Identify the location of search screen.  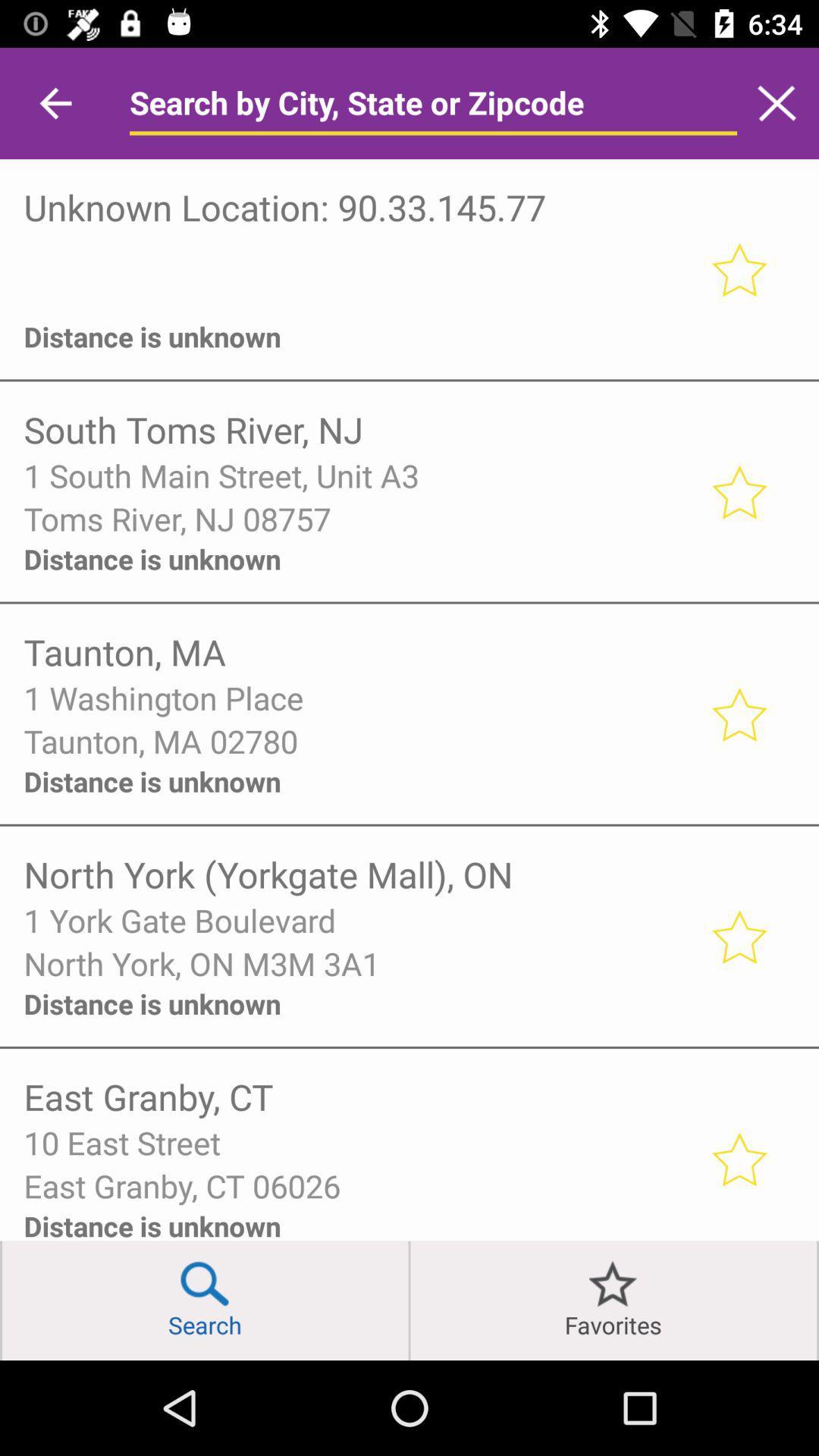
(777, 102).